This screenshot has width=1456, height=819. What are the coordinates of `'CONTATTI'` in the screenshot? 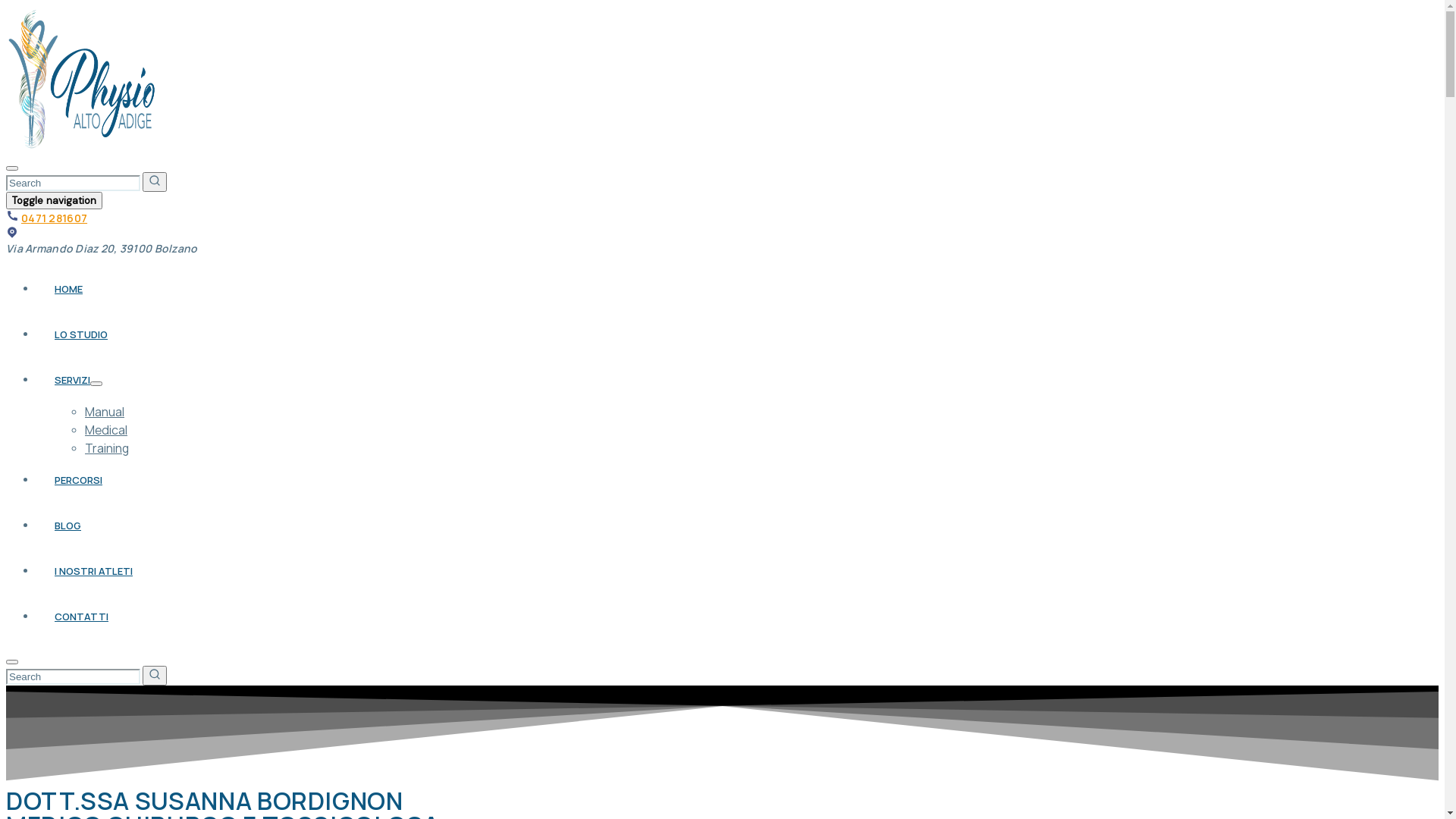 It's located at (80, 617).